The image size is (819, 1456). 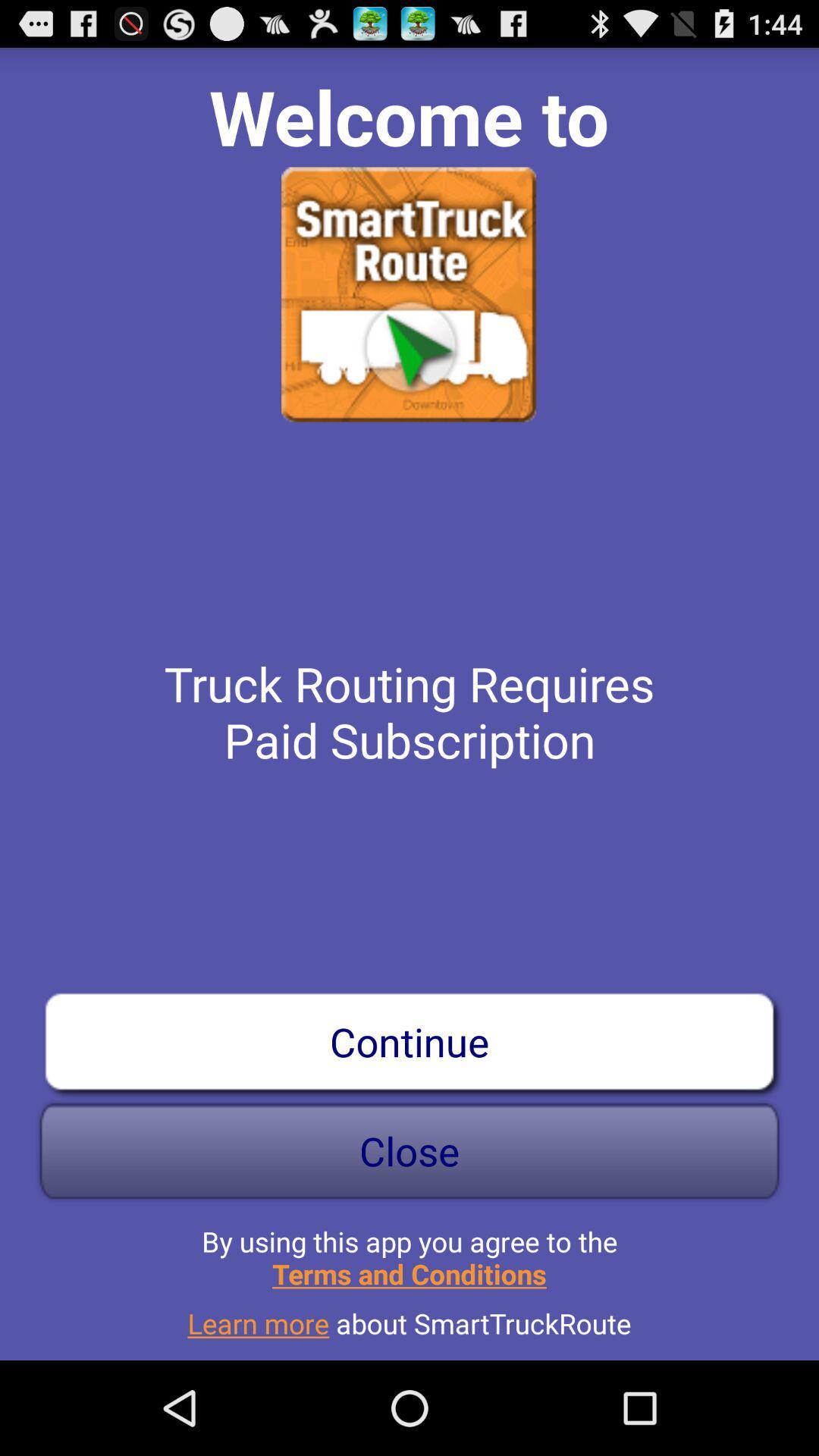 I want to click on the icon above by using this icon, so click(x=409, y=1150).